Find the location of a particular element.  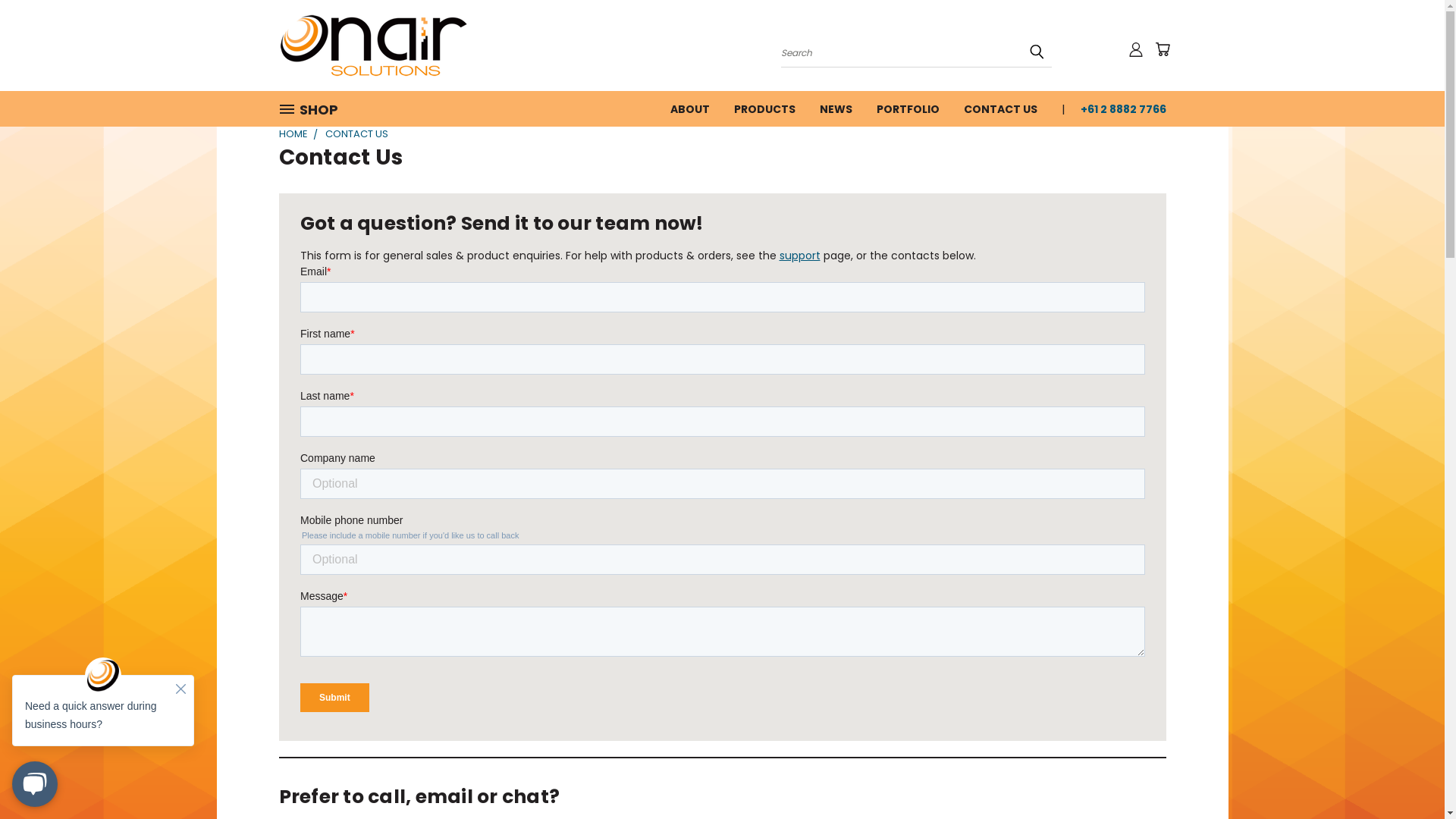

'support' is located at coordinates (779, 254).